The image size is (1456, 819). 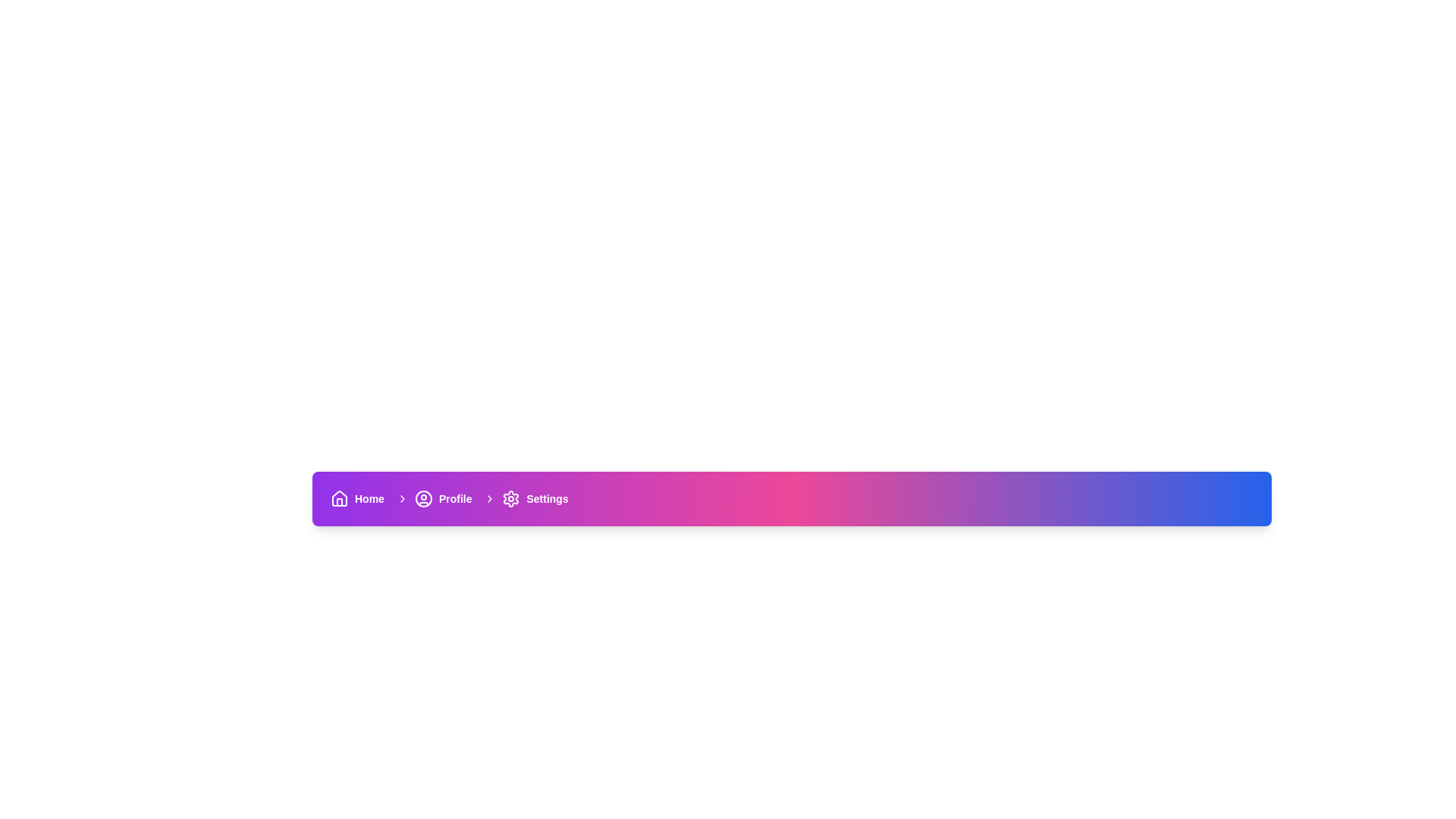 What do you see at coordinates (454, 499) in the screenshot?
I see `the 'Profile' text label in the navigation bar, which is styled in small, bold font and is positioned near a user avatar icon` at bounding box center [454, 499].